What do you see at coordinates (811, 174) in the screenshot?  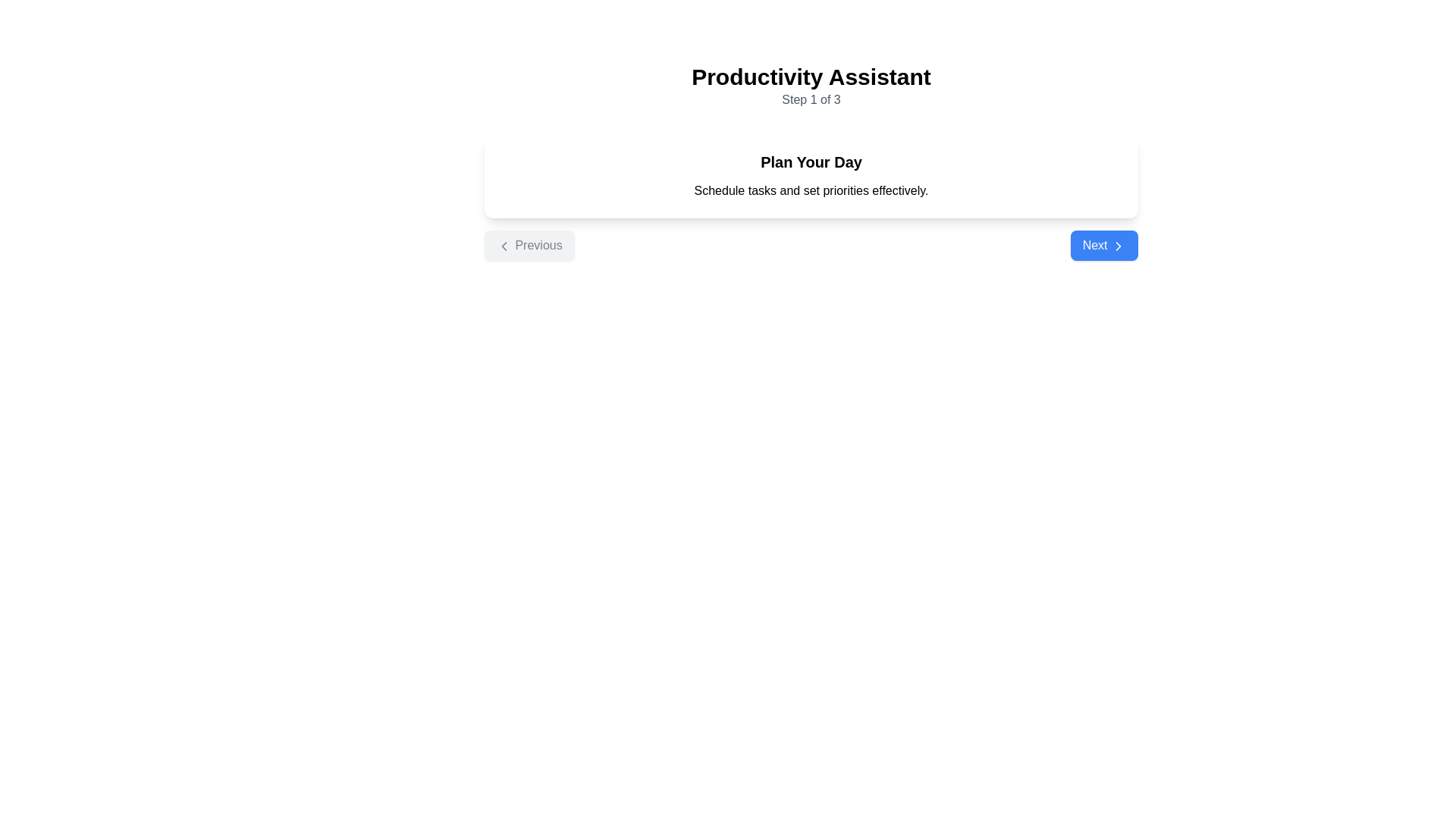 I see `the Information widget located below the title 'Step 1 of 3', which serves as an informative component in the interface` at bounding box center [811, 174].